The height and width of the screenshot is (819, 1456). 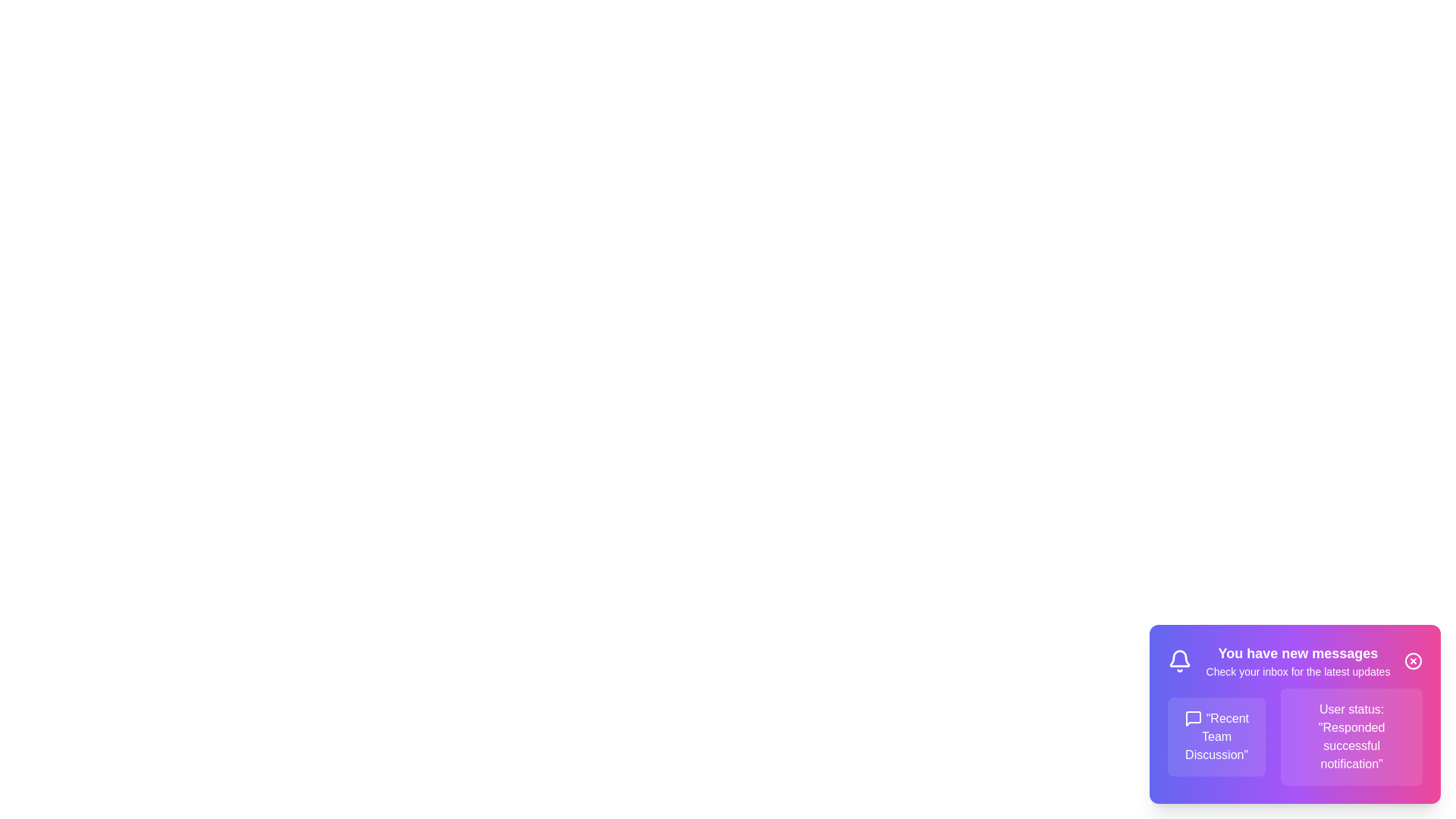 What do you see at coordinates (1412, 660) in the screenshot?
I see `the close icon to dismiss the notification` at bounding box center [1412, 660].